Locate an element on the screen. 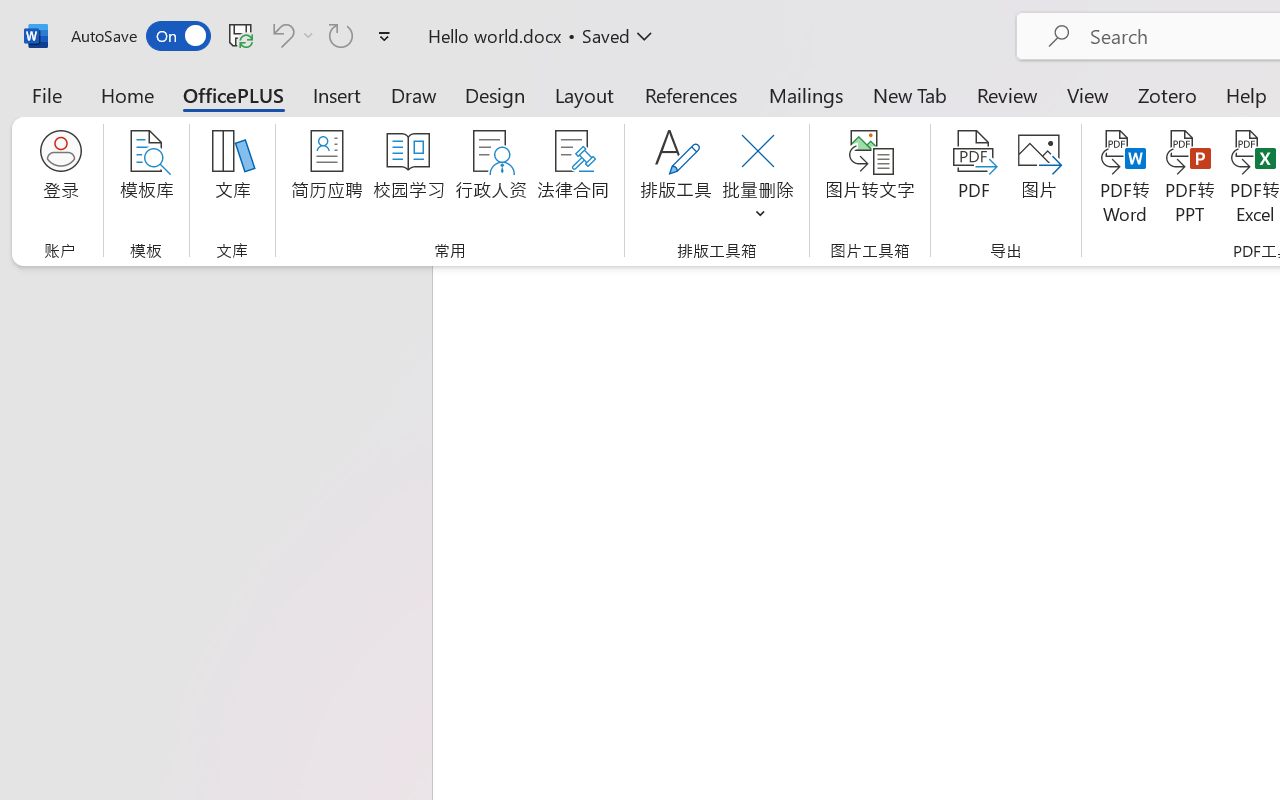  'Draw' is located at coordinates (413, 94).